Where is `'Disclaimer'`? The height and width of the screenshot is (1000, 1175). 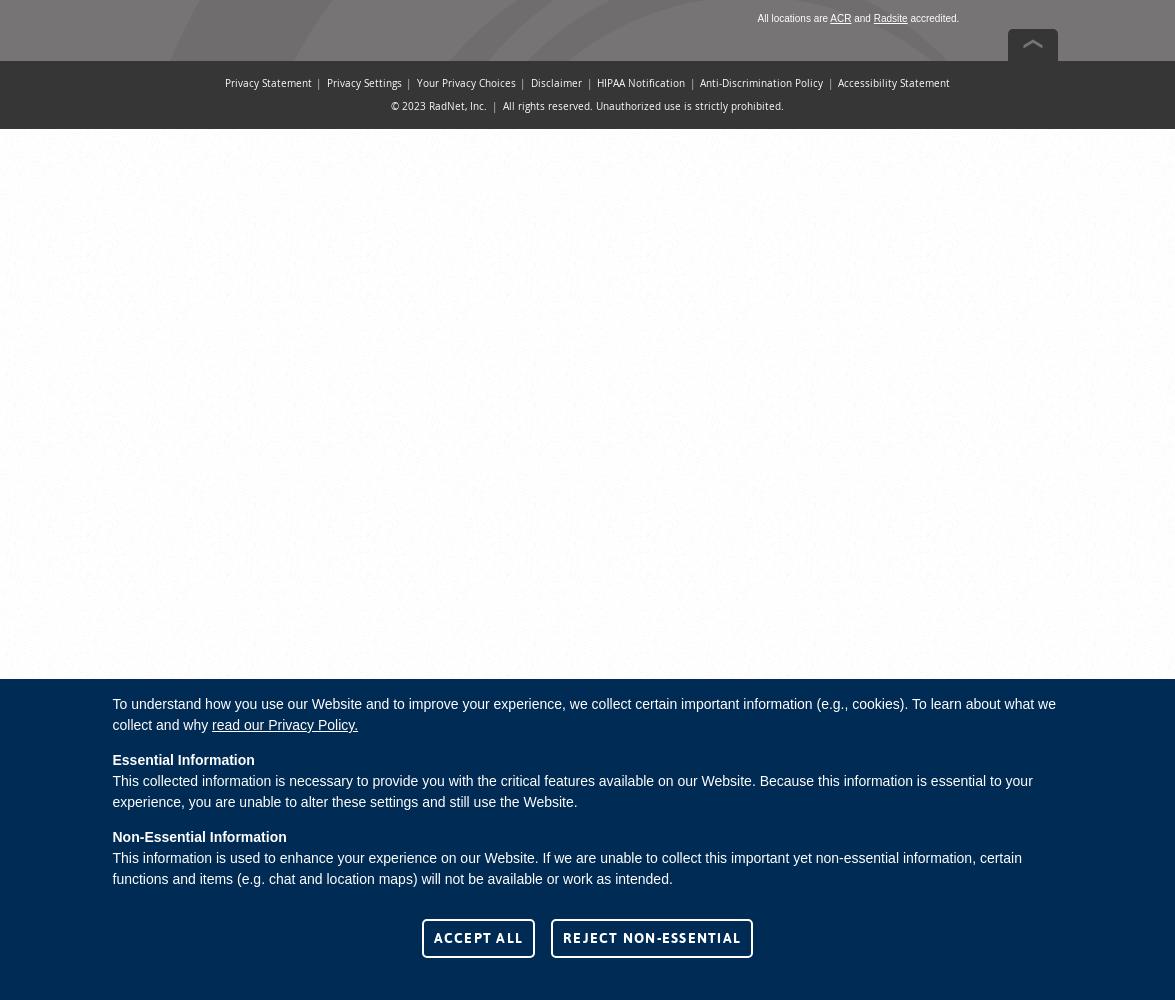 'Disclaimer' is located at coordinates (530, 82).